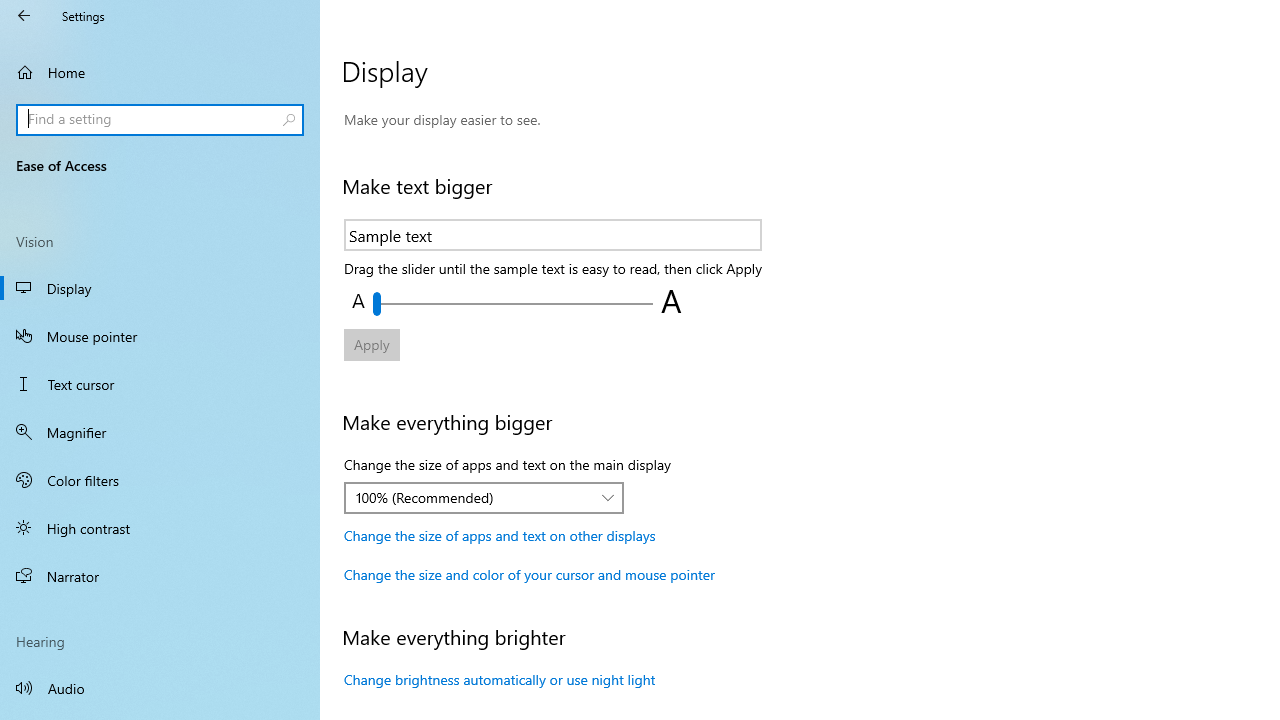  I want to click on 'Home', so click(160, 71).